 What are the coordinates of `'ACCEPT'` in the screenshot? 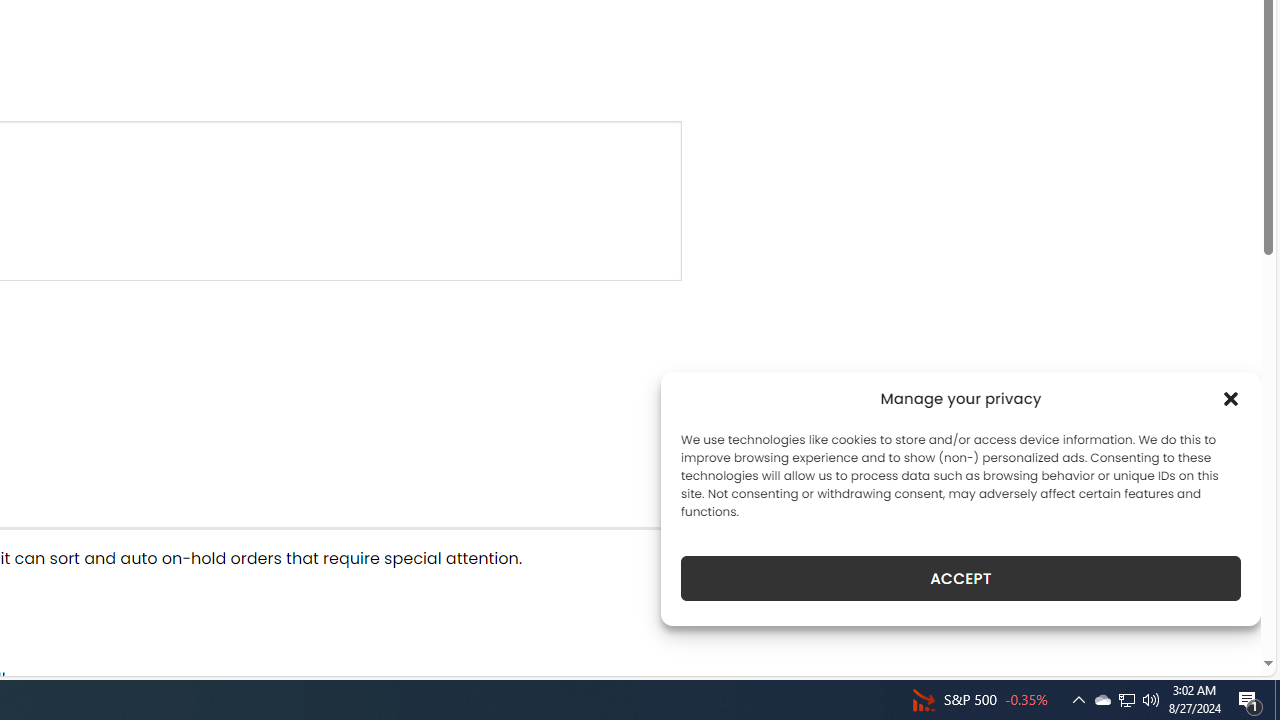 It's located at (961, 578).